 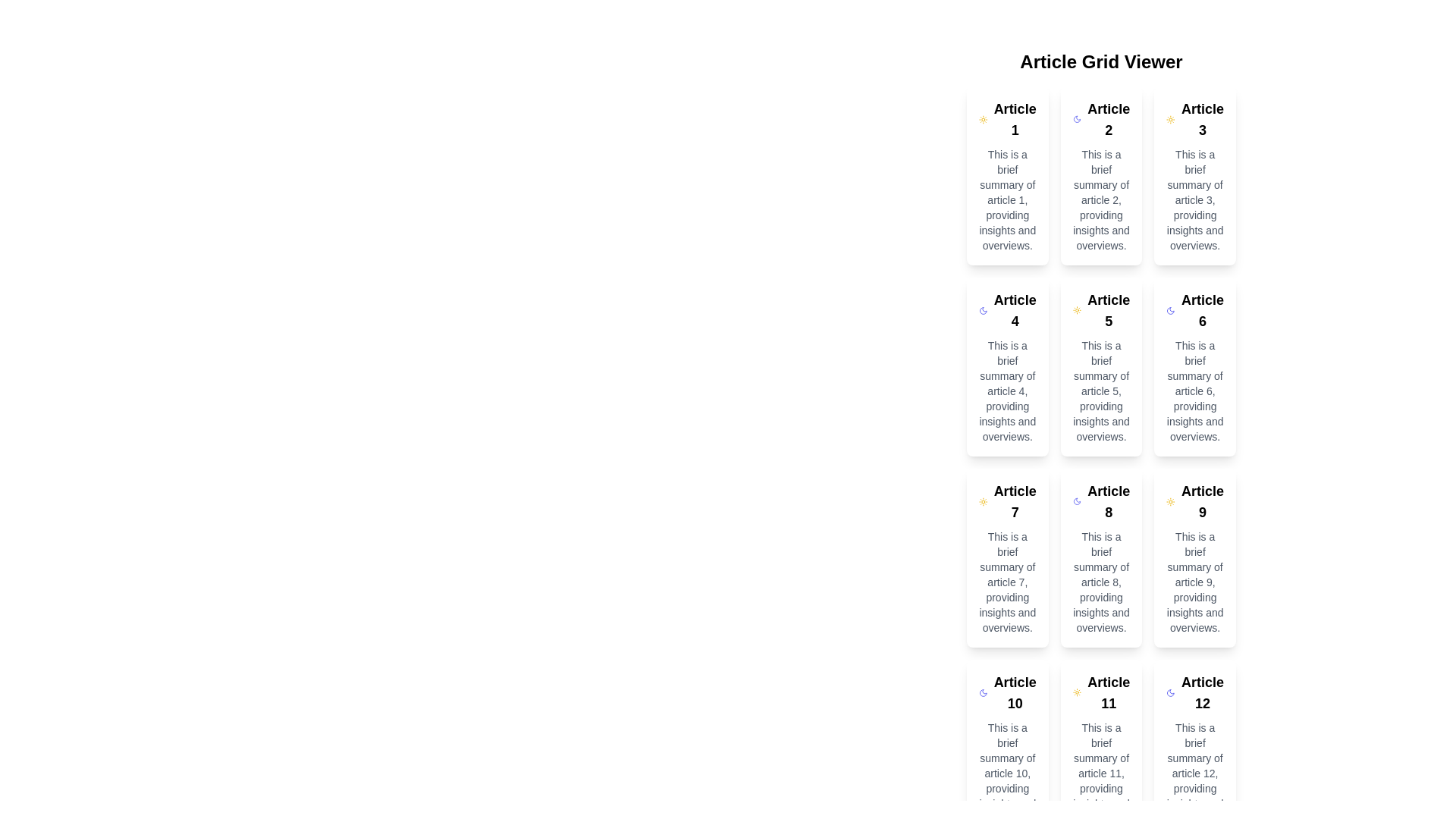 What do you see at coordinates (1101, 581) in the screenshot?
I see `the text block that provides a summary or description for 'Article 8', located below the title and to the right of a small moon icon` at bounding box center [1101, 581].